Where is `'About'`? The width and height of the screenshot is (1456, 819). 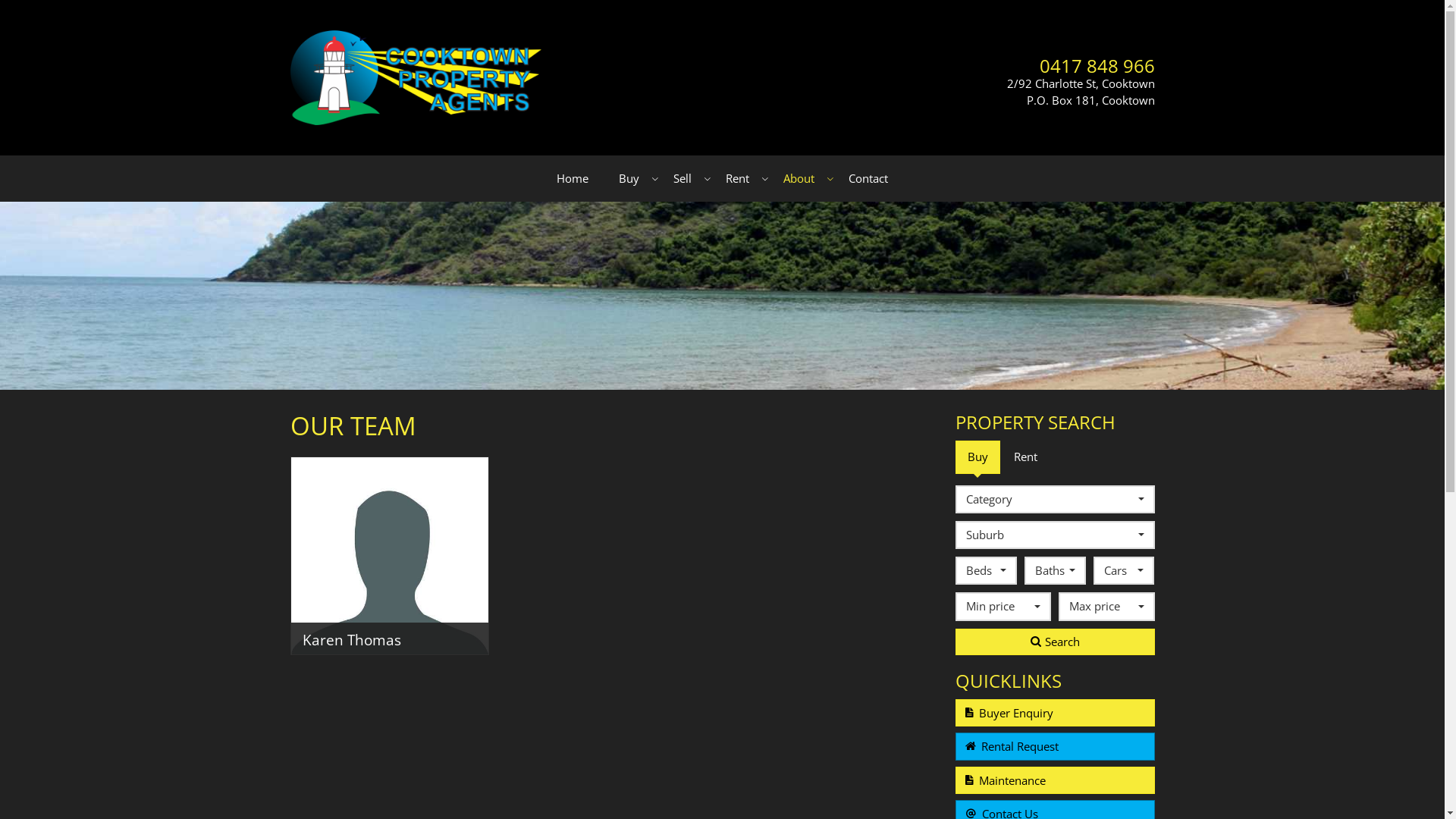 'About' is located at coordinates (800, 177).